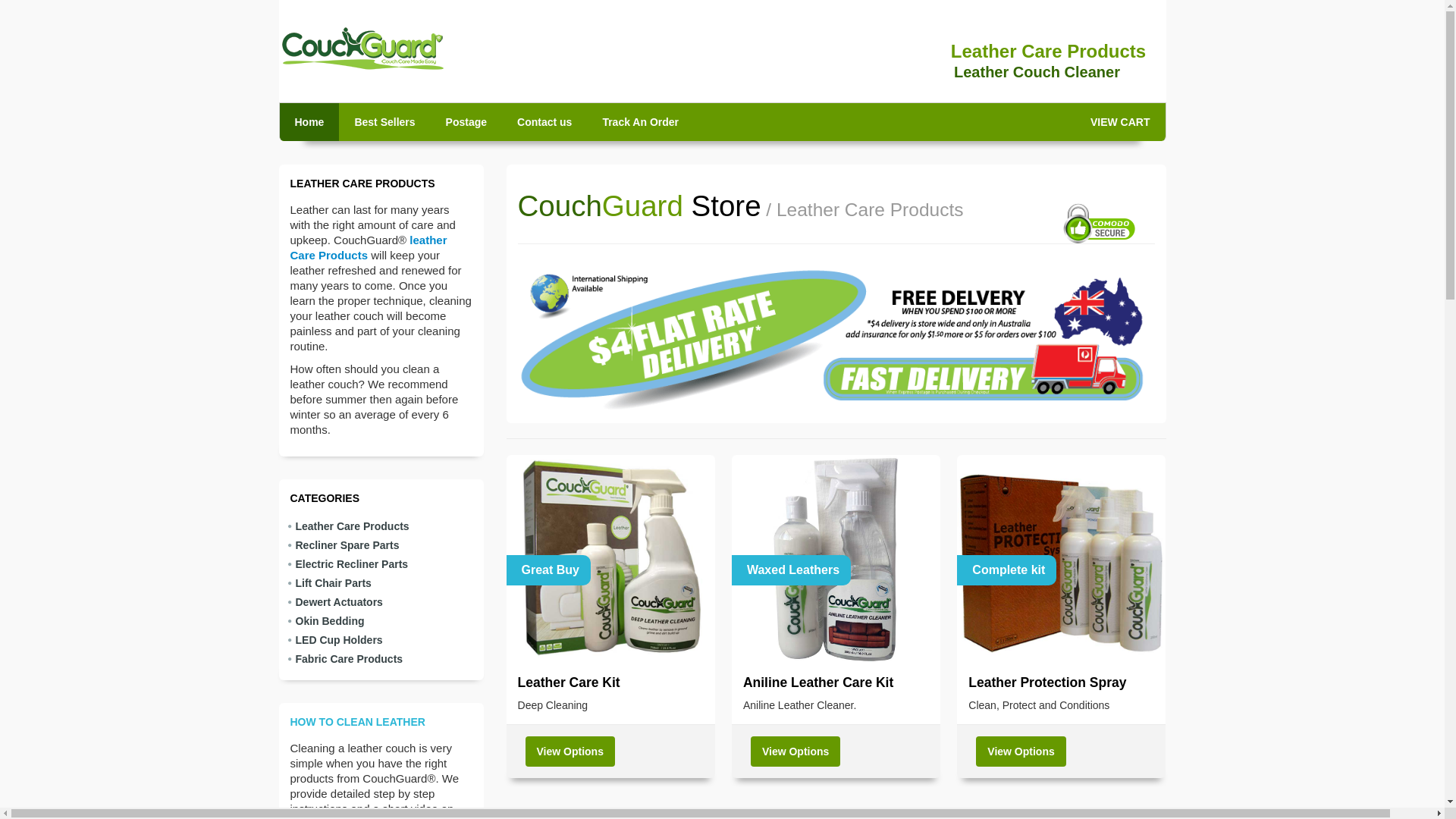  What do you see at coordinates (362, 48) in the screenshot?
I see `'CouchGuard'` at bounding box center [362, 48].